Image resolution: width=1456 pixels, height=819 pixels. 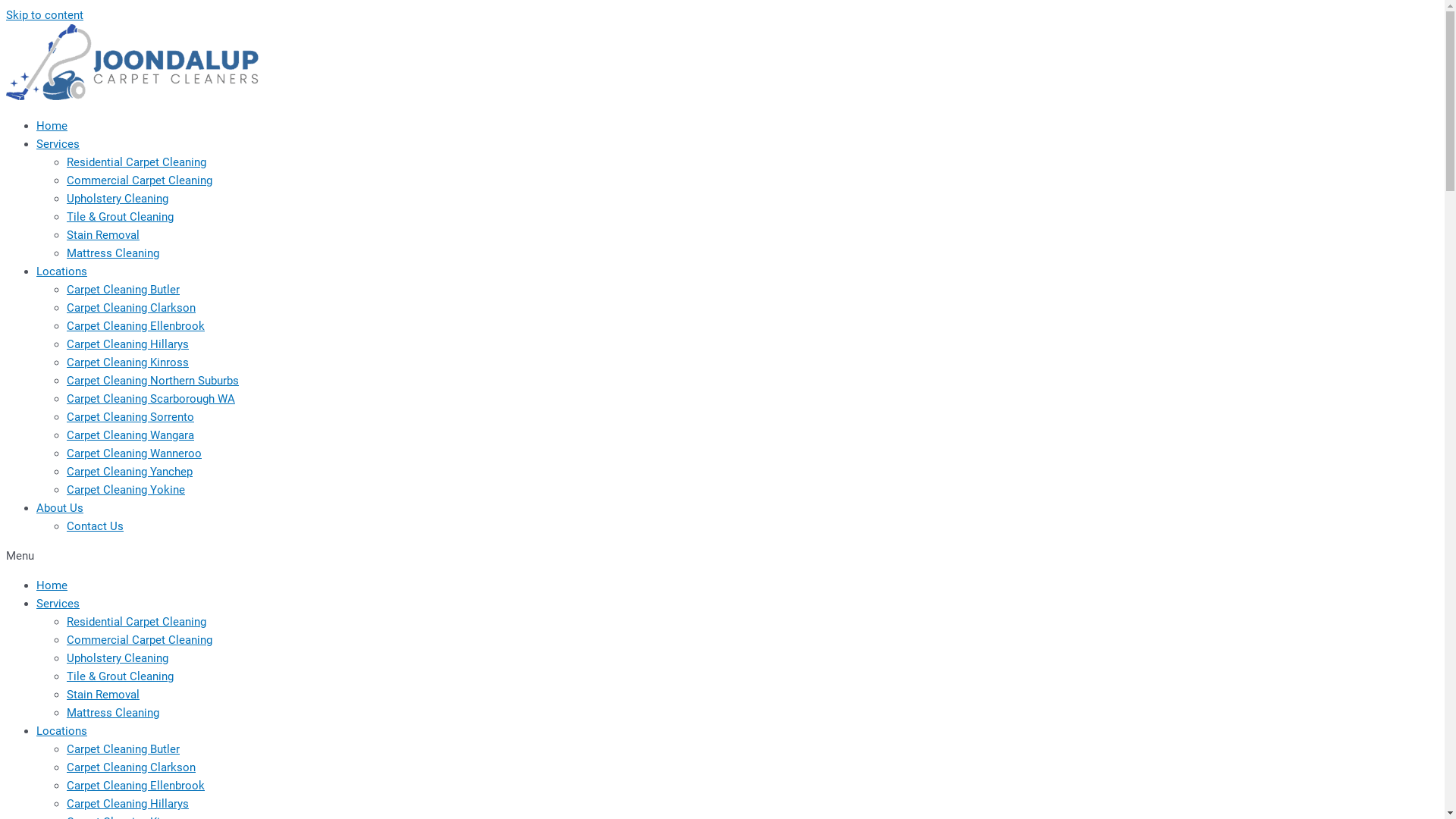 What do you see at coordinates (65, 713) in the screenshot?
I see `'Mattress Cleaning'` at bounding box center [65, 713].